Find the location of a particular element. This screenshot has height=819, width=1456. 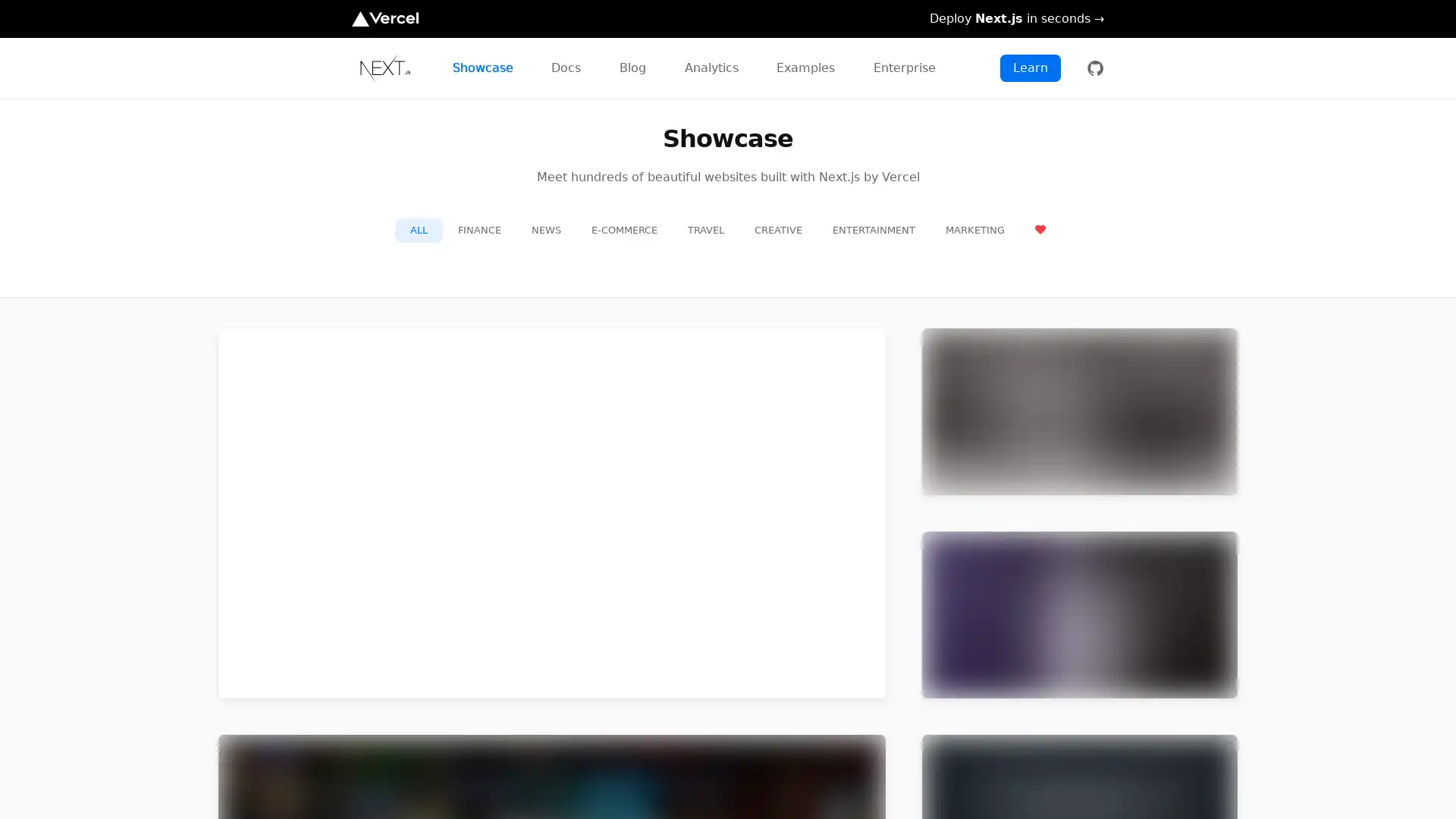

E-COMMERCE is located at coordinates (624, 230).